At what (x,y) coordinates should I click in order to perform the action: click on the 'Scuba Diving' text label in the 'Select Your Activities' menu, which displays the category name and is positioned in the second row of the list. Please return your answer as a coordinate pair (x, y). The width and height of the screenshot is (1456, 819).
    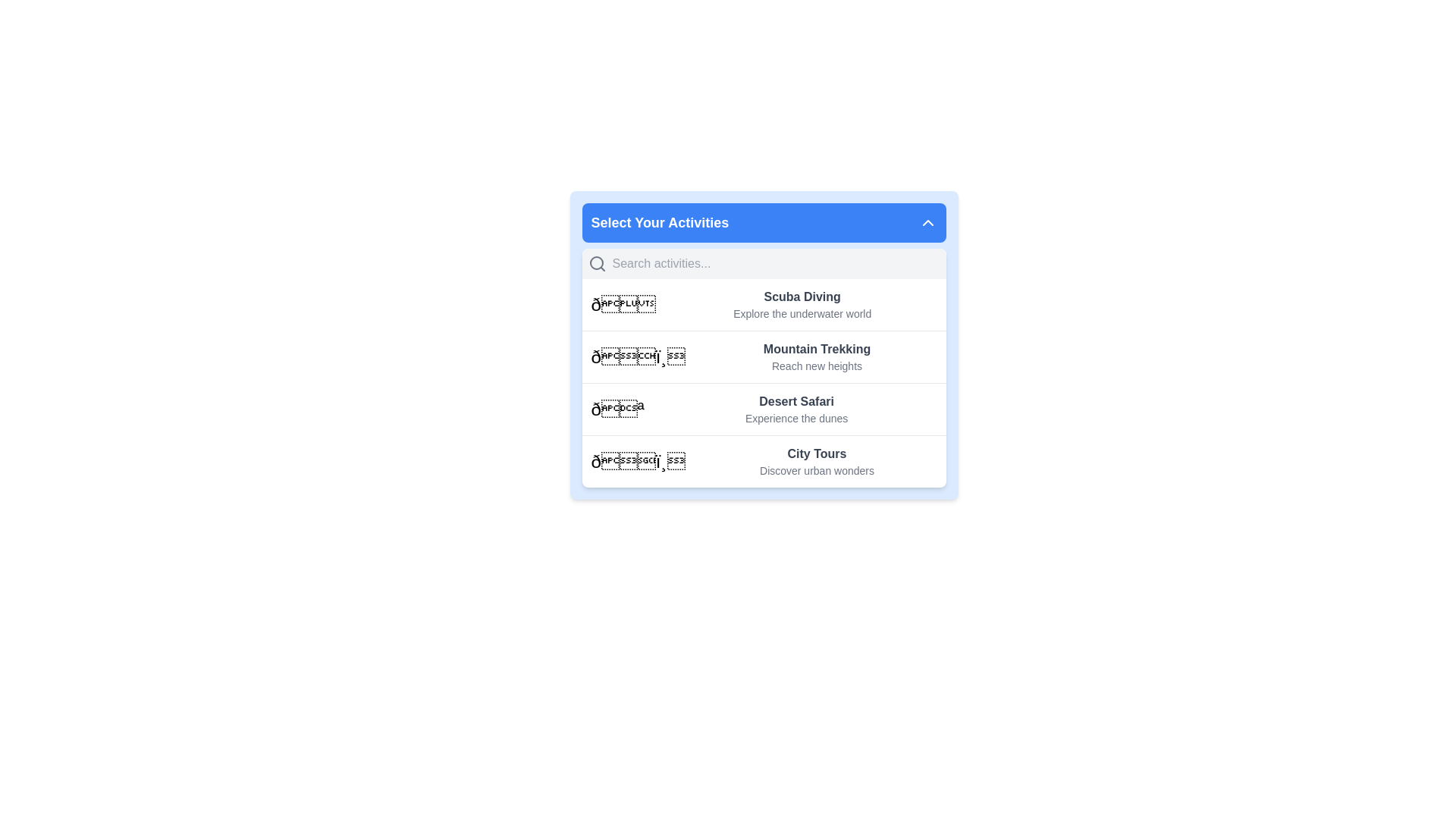
    Looking at the image, I should click on (802, 297).